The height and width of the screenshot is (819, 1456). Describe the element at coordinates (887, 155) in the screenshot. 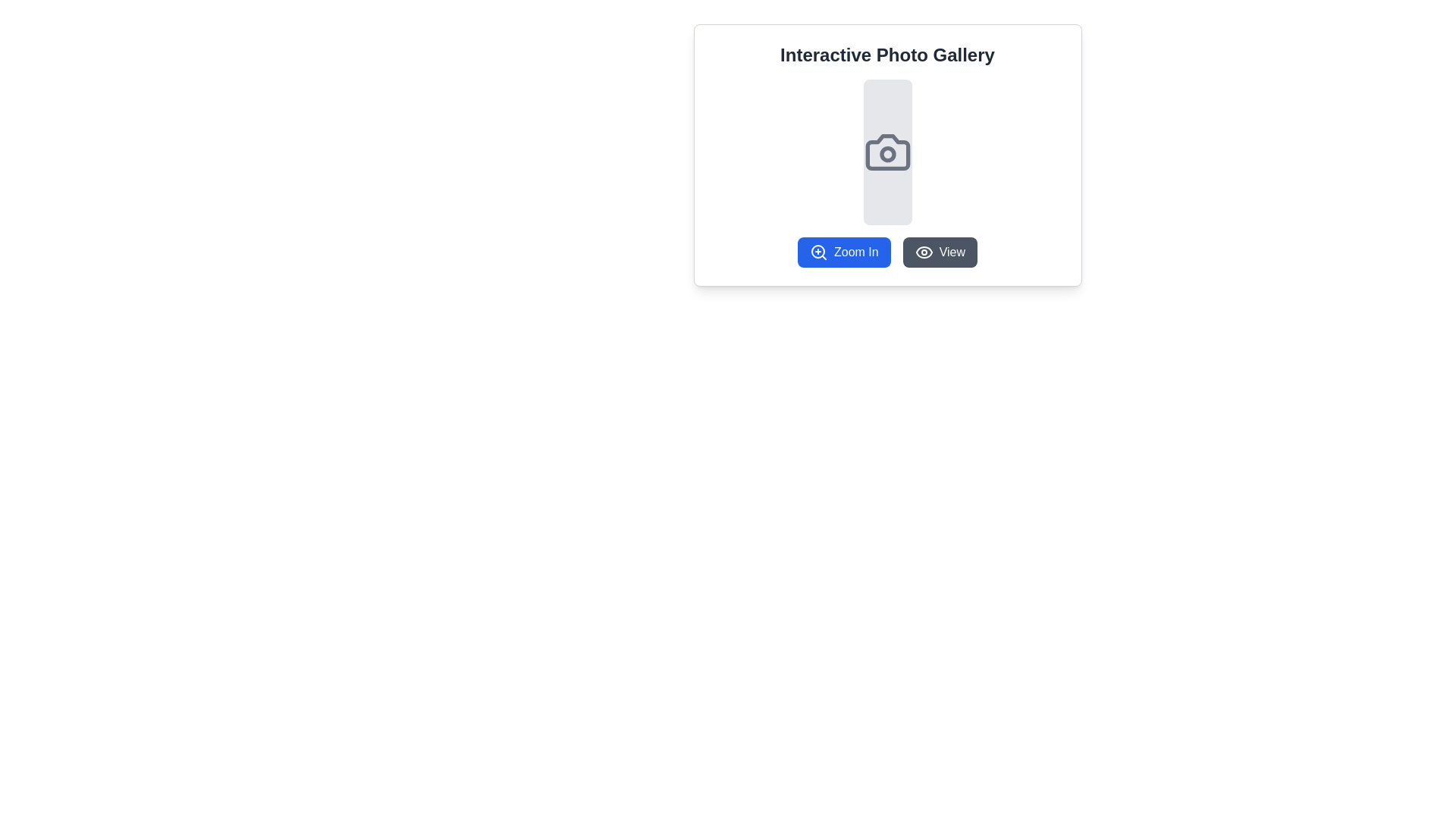

I see `the 'View' button located at the bottom of the Interactive Content Panel titled 'Interactive Photo Gallery'` at that location.